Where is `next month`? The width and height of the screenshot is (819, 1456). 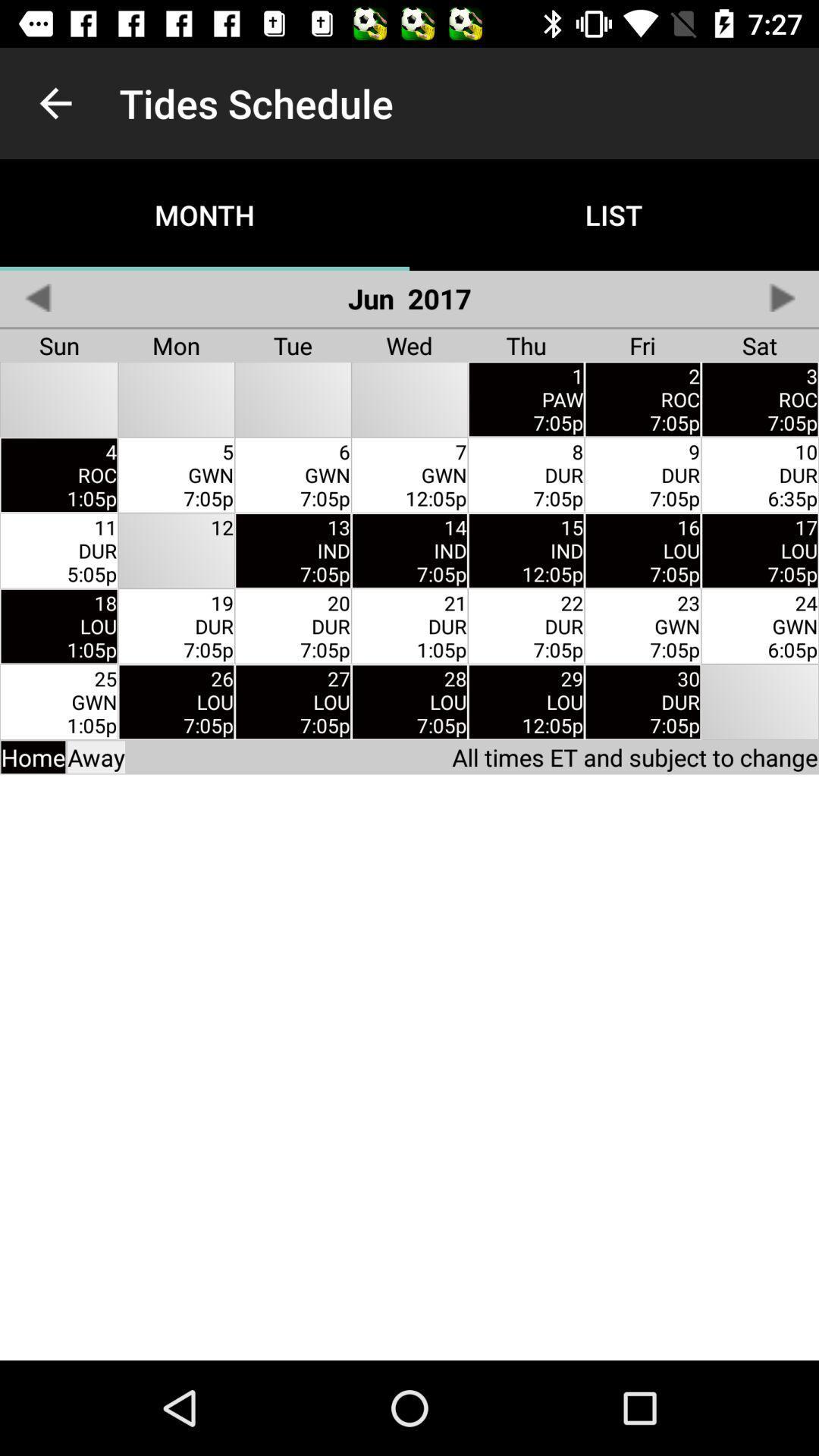
next month is located at coordinates (781, 297).